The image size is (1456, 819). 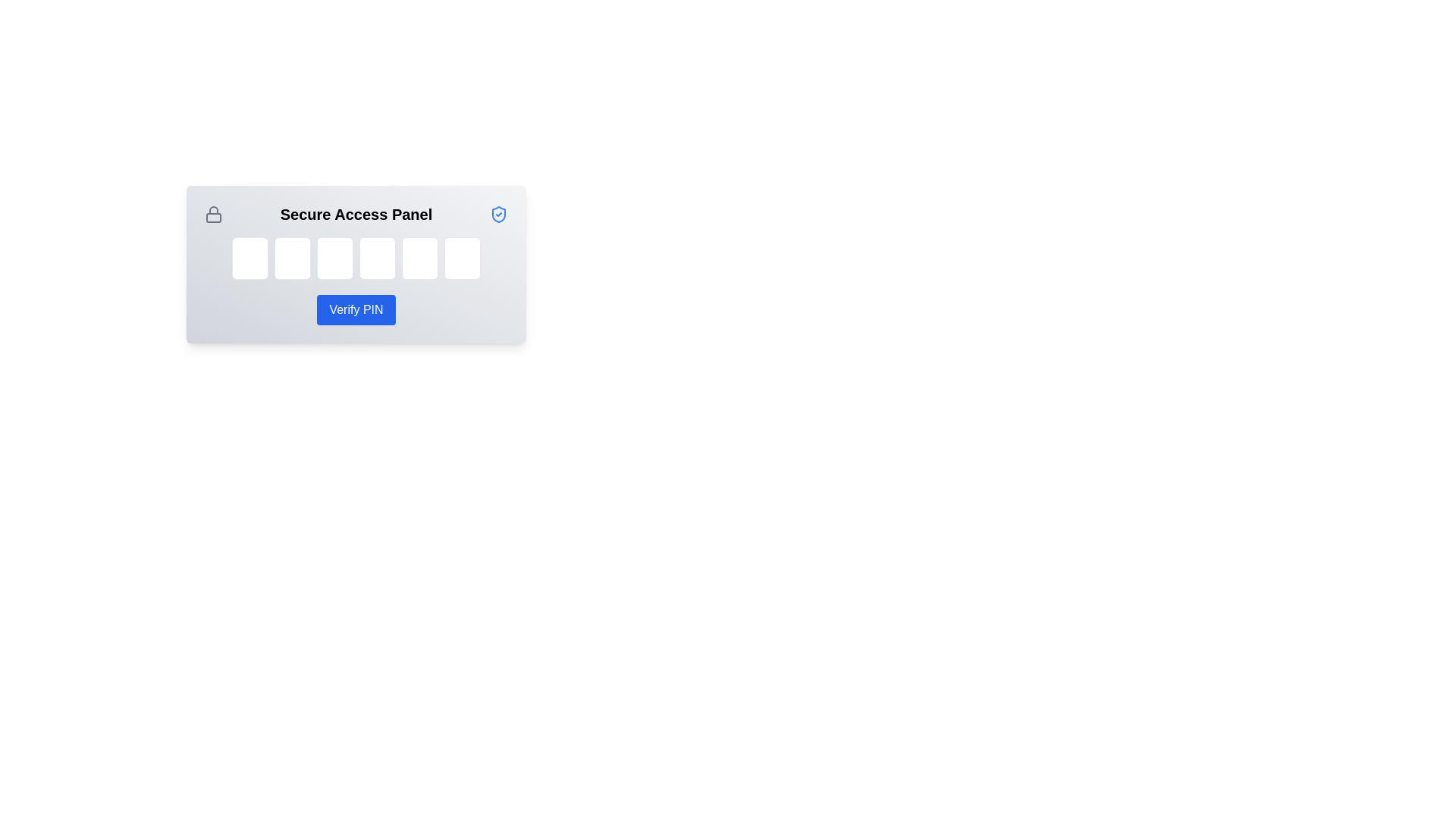 I want to click on the rectangular component with rounded corners, displayed in red color, which is part of the lock icon located at the top left corner of the light gray panel, so click(x=213, y=218).